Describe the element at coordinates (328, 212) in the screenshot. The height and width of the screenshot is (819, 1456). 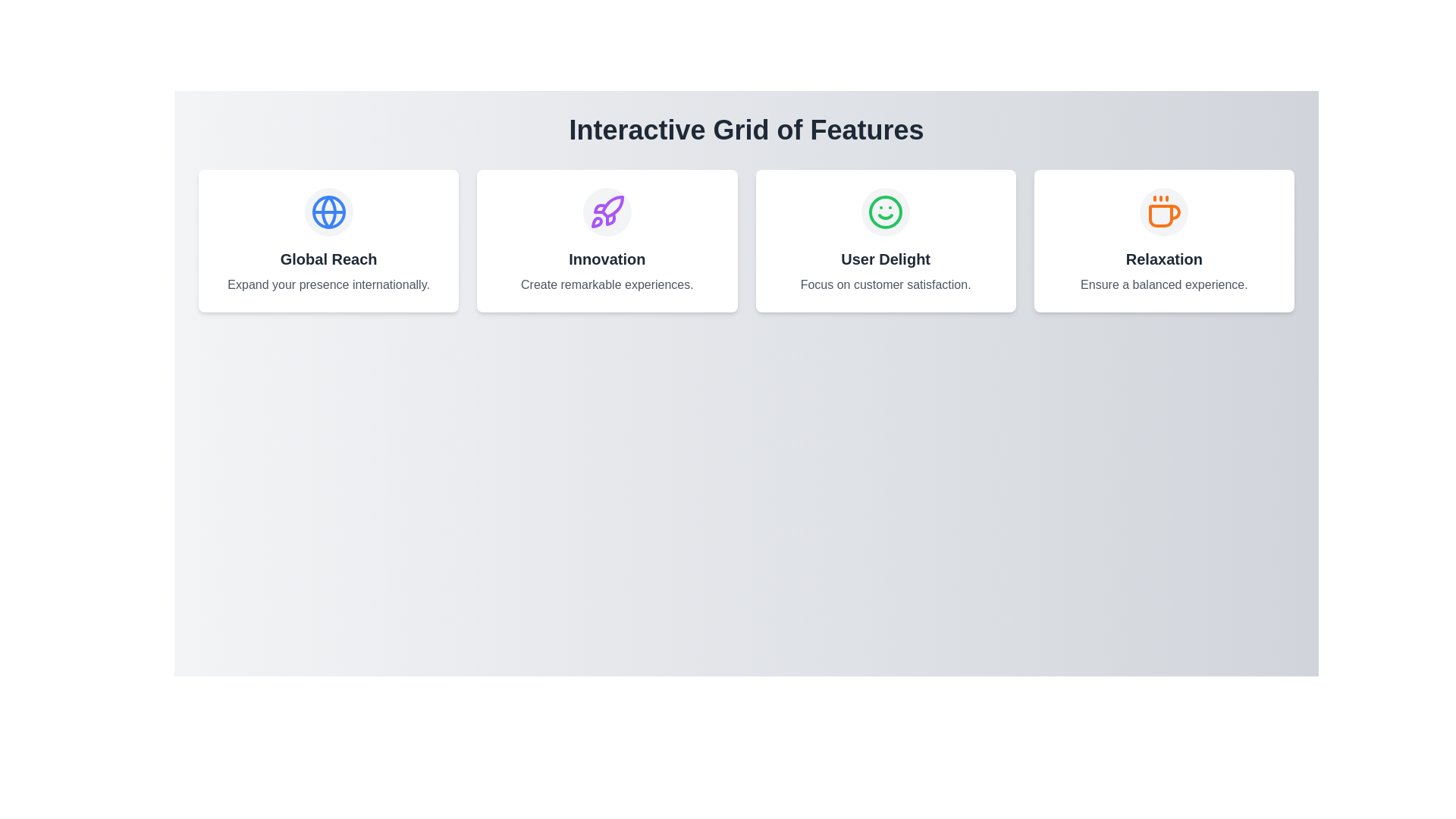
I see `the decorative circular shape within the 'Global Reach' icon, which is the leftmost icon in a four-icon layout` at that location.